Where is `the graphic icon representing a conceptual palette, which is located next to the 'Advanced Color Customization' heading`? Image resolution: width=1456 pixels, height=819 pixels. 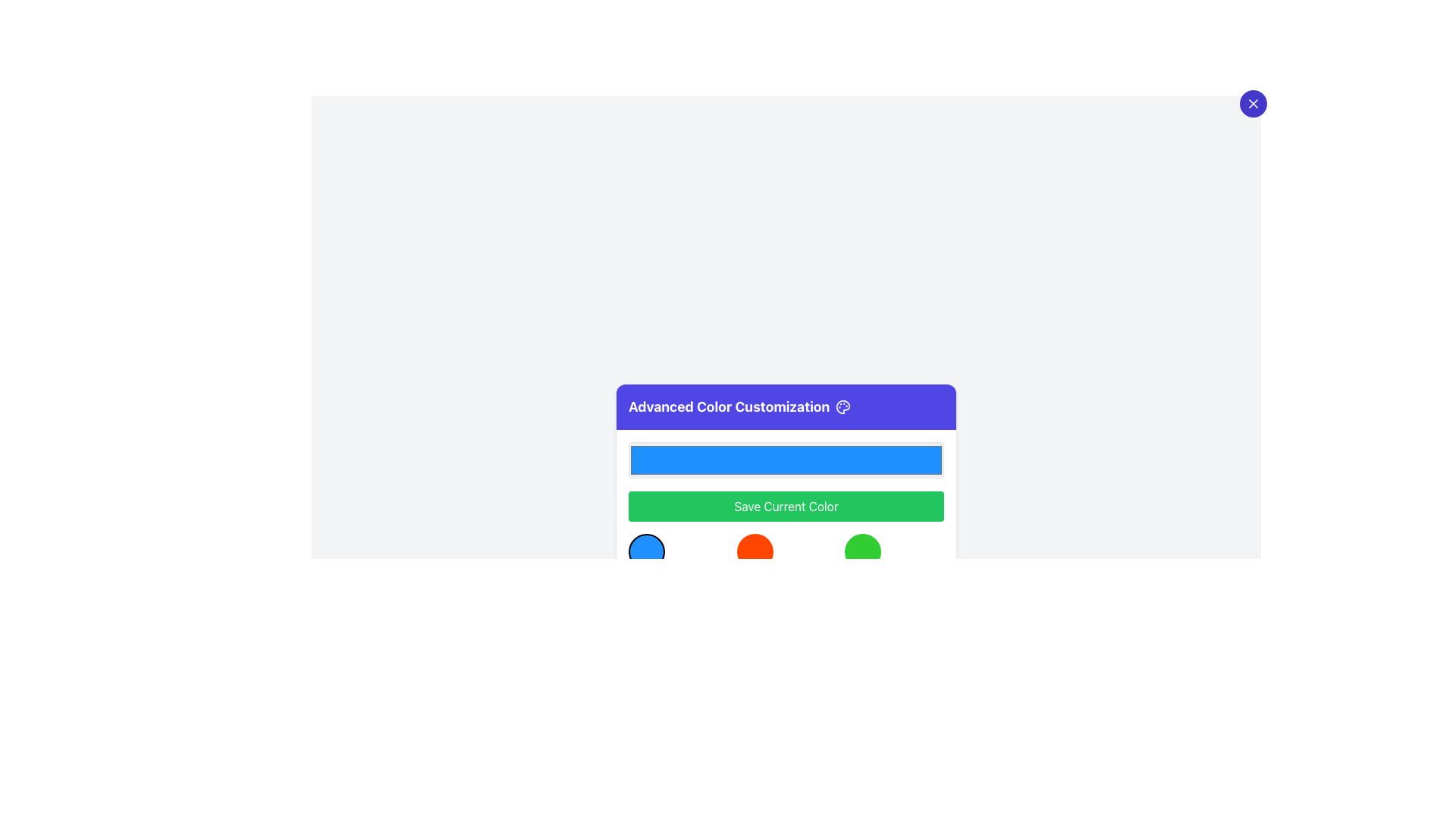 the graphic icon representing a conceptual palette, which is located next to the 'Advanced Color Customization' heading is located at coordinates (843, 406).